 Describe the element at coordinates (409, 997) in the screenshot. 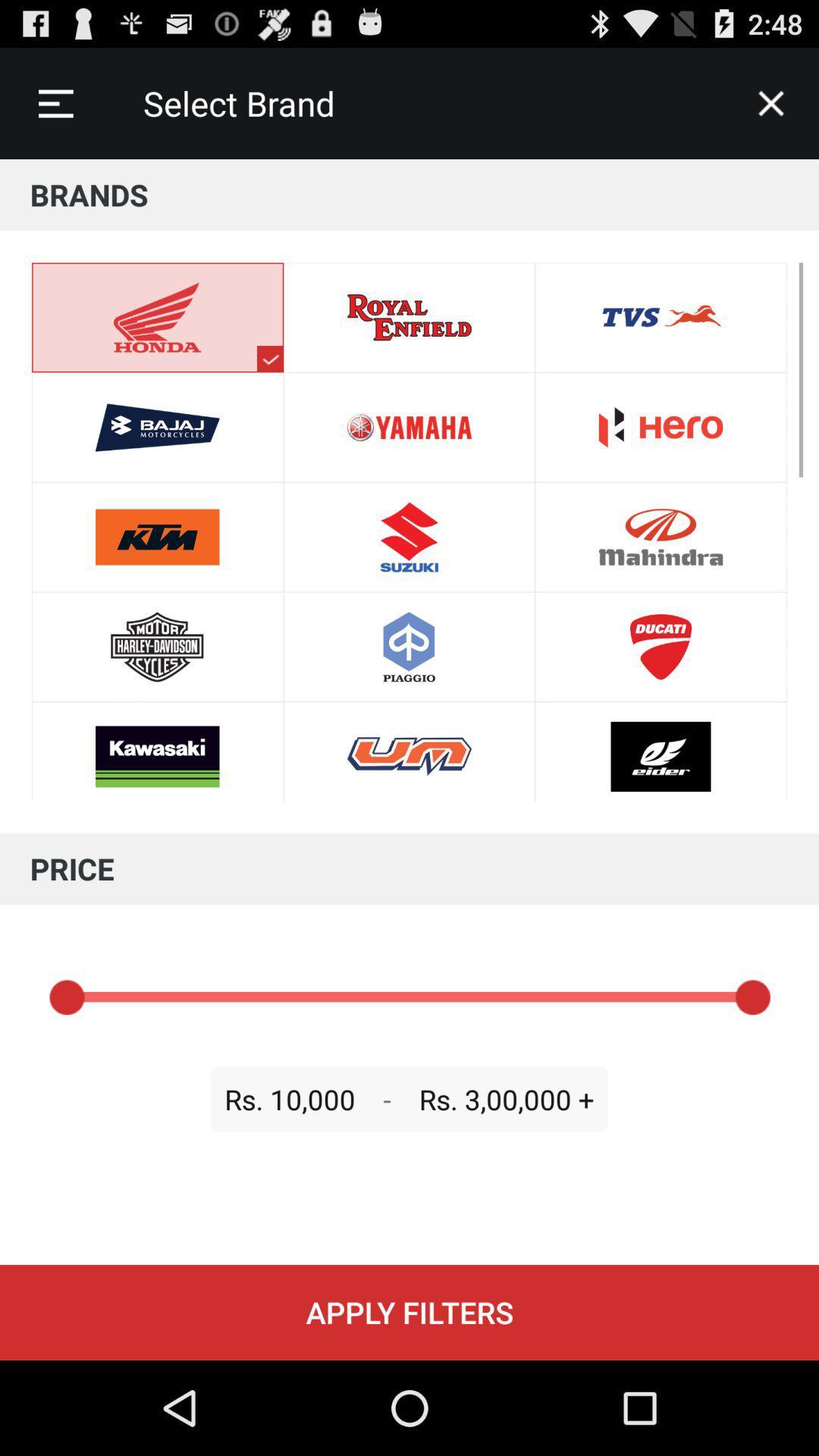

I see `on the level slider below price` at that location.